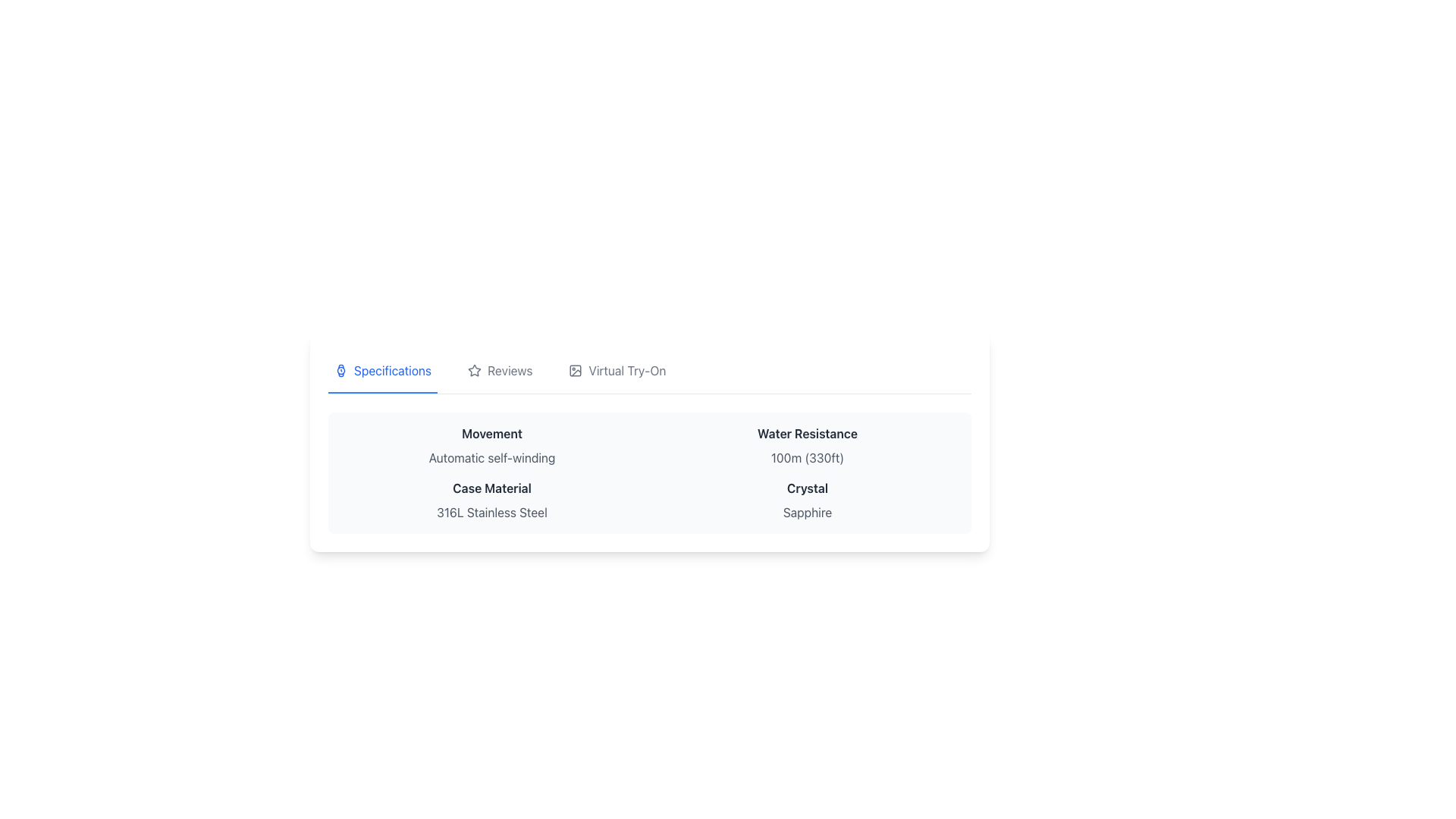 The image size is (1456, 819). What do you see at coordinates (500, 371) in the screenshot?
I see `the 'Reviews' tab, which is the second tab in a set of three aligned horizontally, positioned between the 'Specifications' tab and the 'Virtual Try-On' tab` at bounding box center [500, 371].